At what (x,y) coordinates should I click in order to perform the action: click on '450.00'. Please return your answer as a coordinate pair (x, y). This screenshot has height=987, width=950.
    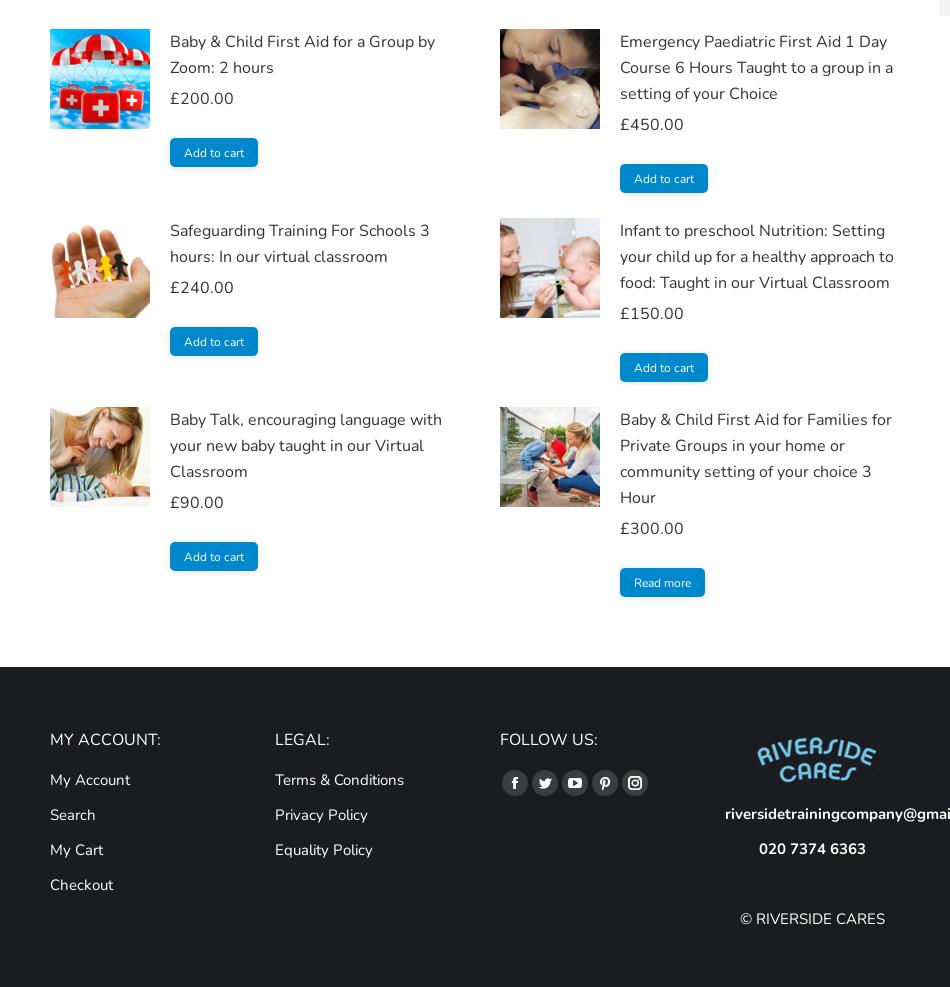
    Looking at the image, I should click on (657, 124).